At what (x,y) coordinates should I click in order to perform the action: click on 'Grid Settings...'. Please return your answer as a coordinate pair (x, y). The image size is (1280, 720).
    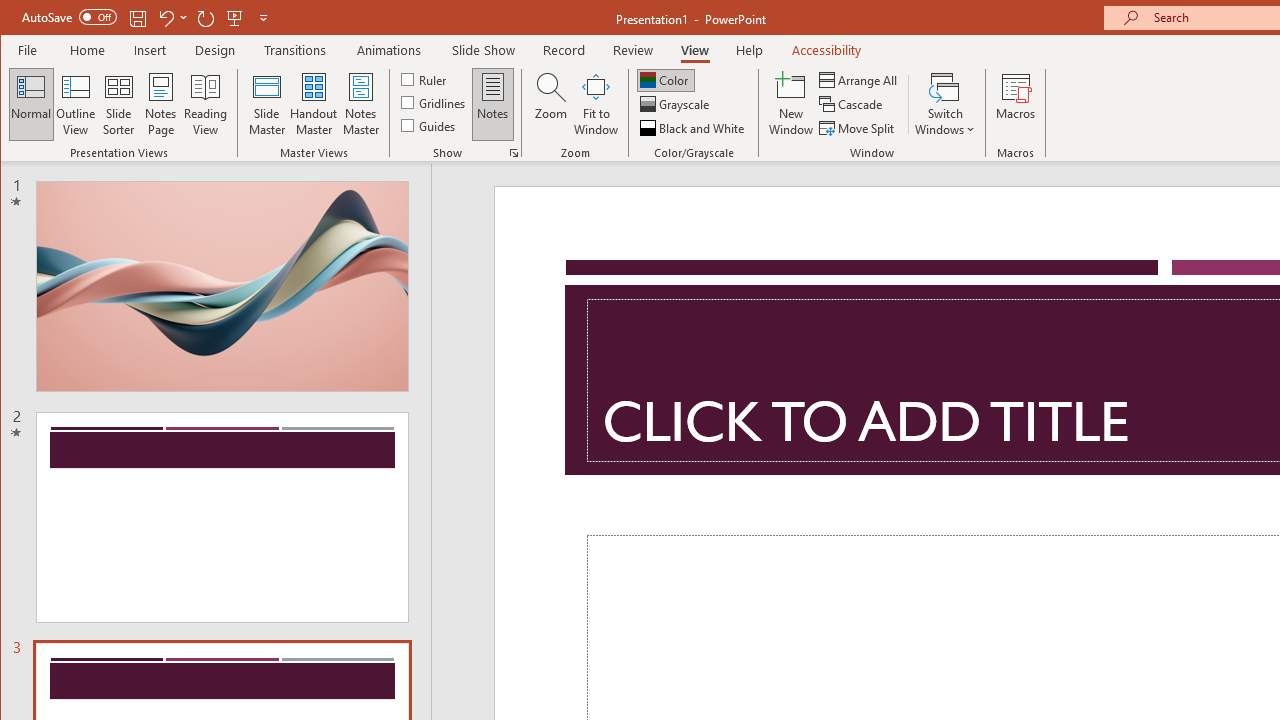
    Looking at the image, I should click on (513, 152).